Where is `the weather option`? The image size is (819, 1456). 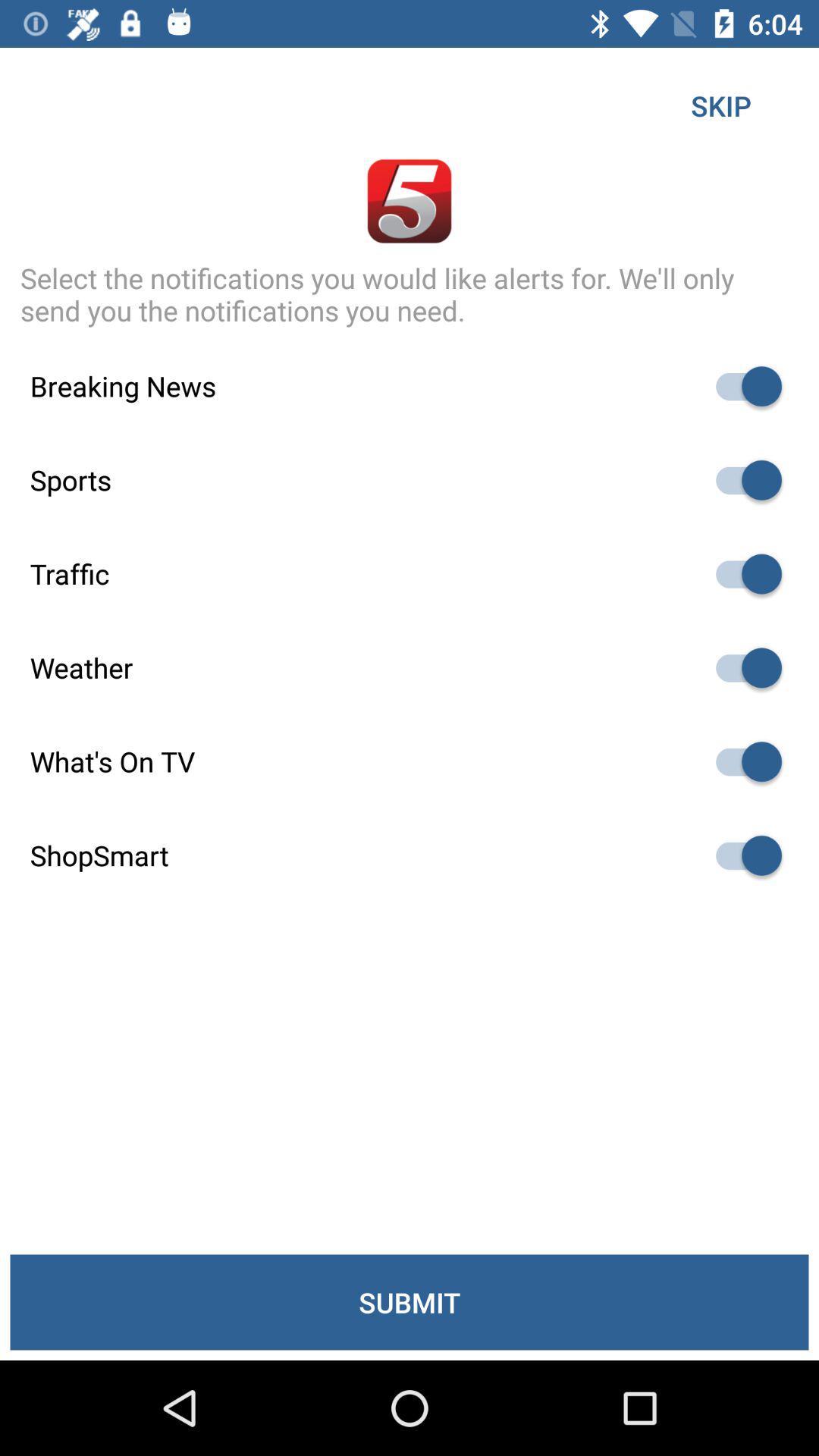
the weather option is located at coordinates (741, 667).